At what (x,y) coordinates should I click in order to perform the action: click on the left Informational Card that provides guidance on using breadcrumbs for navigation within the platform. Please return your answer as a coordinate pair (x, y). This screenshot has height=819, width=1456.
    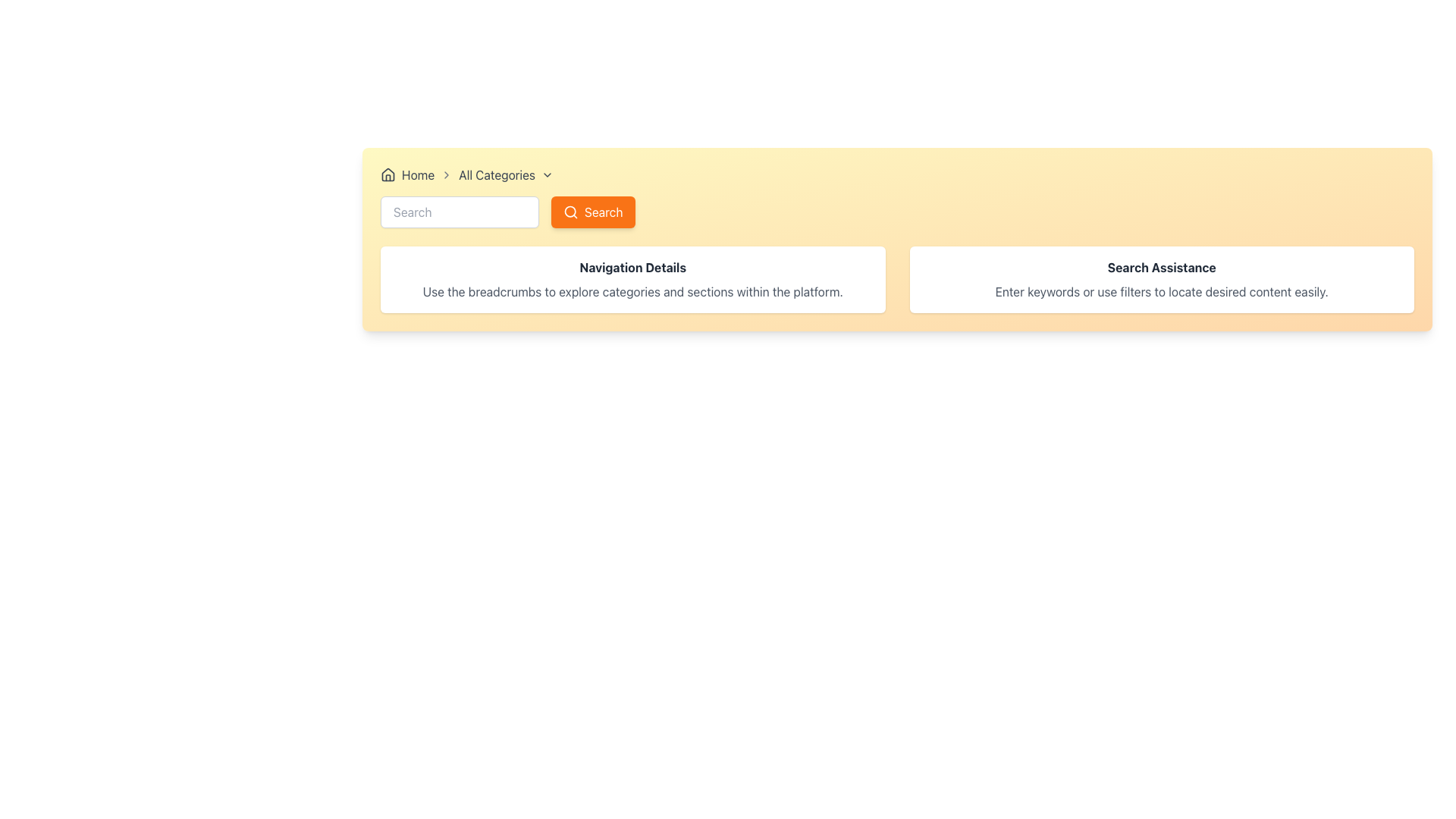
    Looking at the image, I should click on (632, 280).